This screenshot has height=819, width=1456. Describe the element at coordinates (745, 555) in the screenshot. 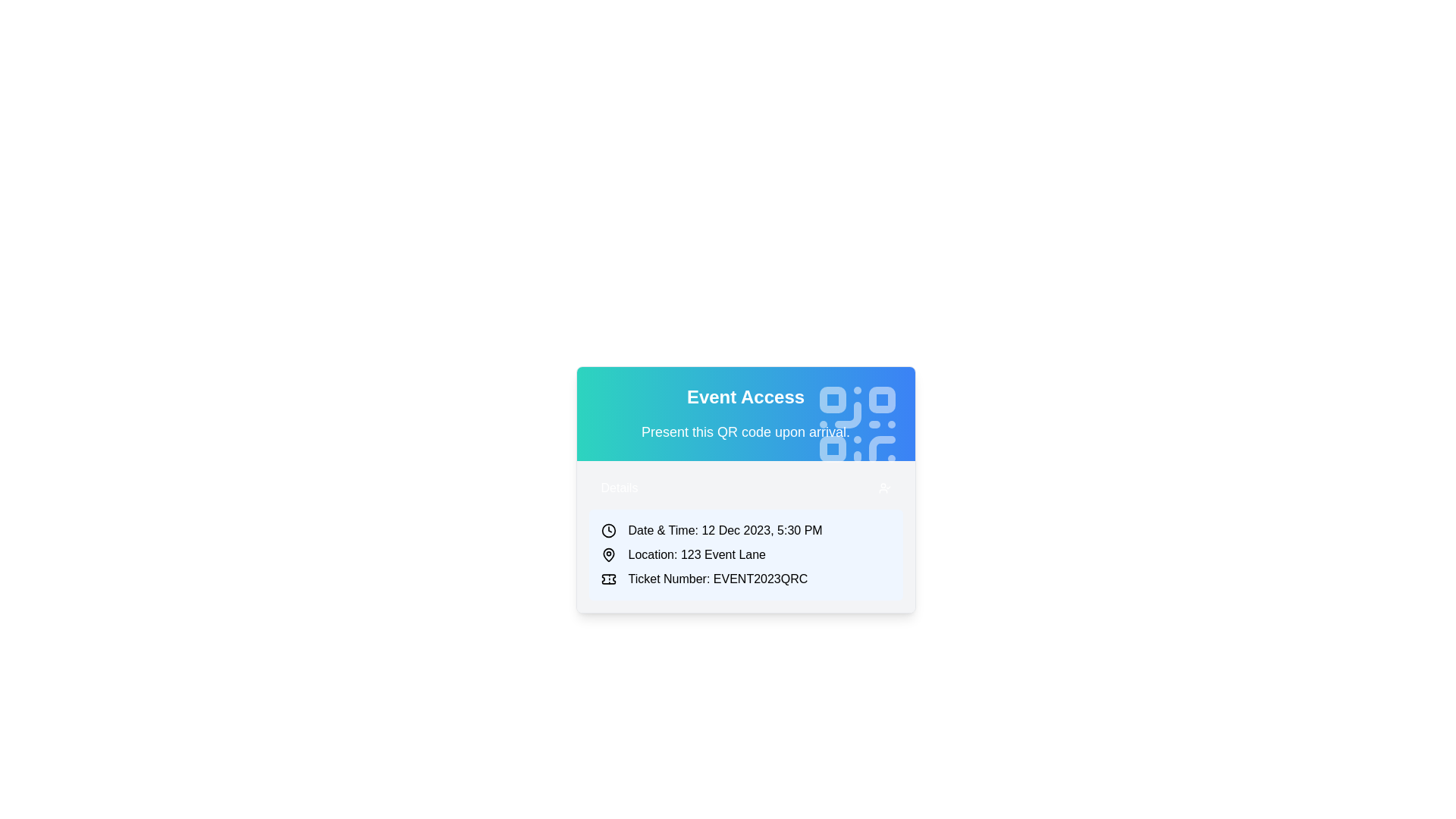

I see `address displayed in the text label that shows 'Location: 123 Event Lane', which is the second item in the vertically stacked list inside the 'Event Access' box` at that location.